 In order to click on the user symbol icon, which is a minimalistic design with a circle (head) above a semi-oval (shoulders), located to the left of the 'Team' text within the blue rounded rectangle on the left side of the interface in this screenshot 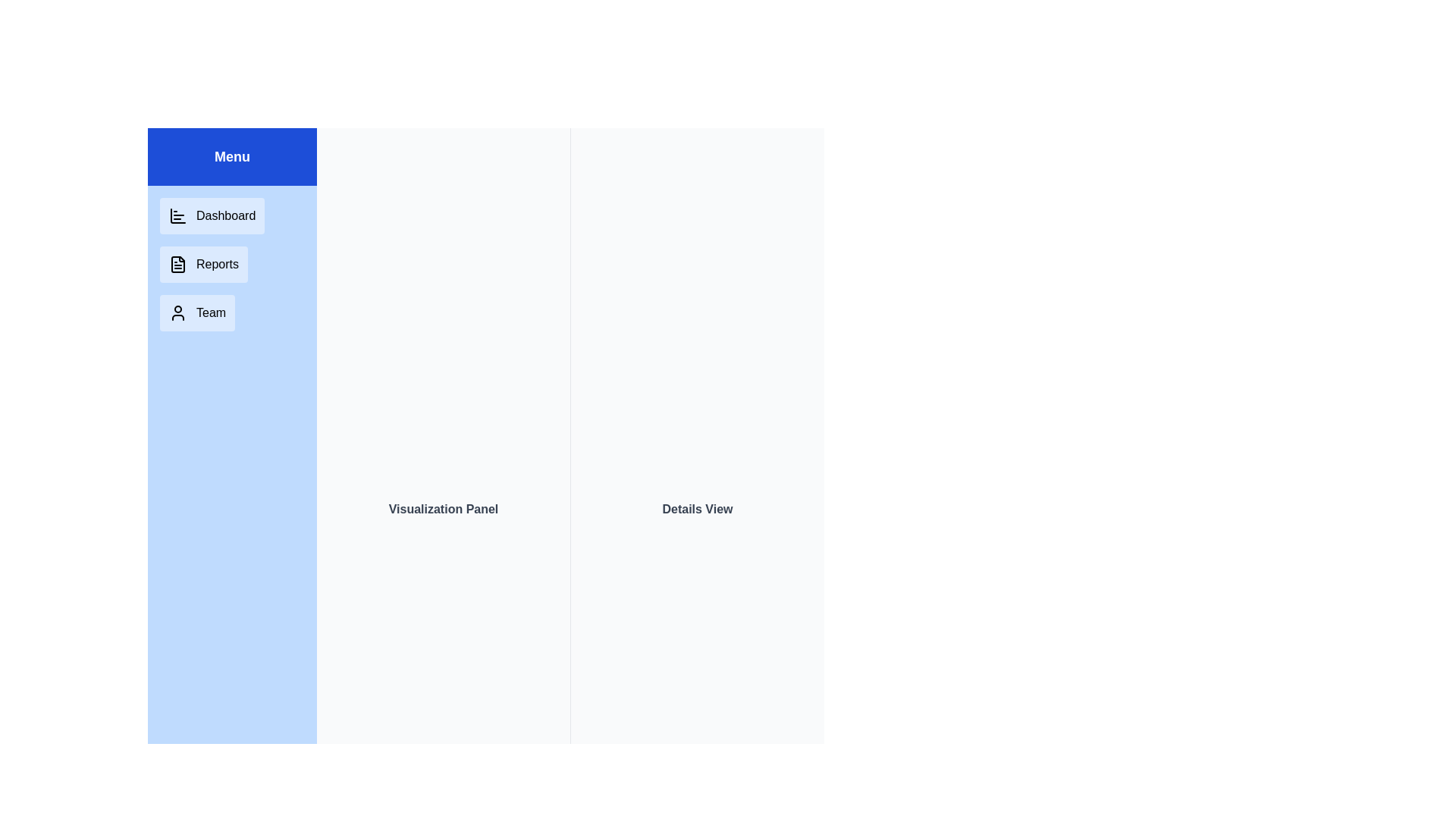, I will do `click(178, 312)`.